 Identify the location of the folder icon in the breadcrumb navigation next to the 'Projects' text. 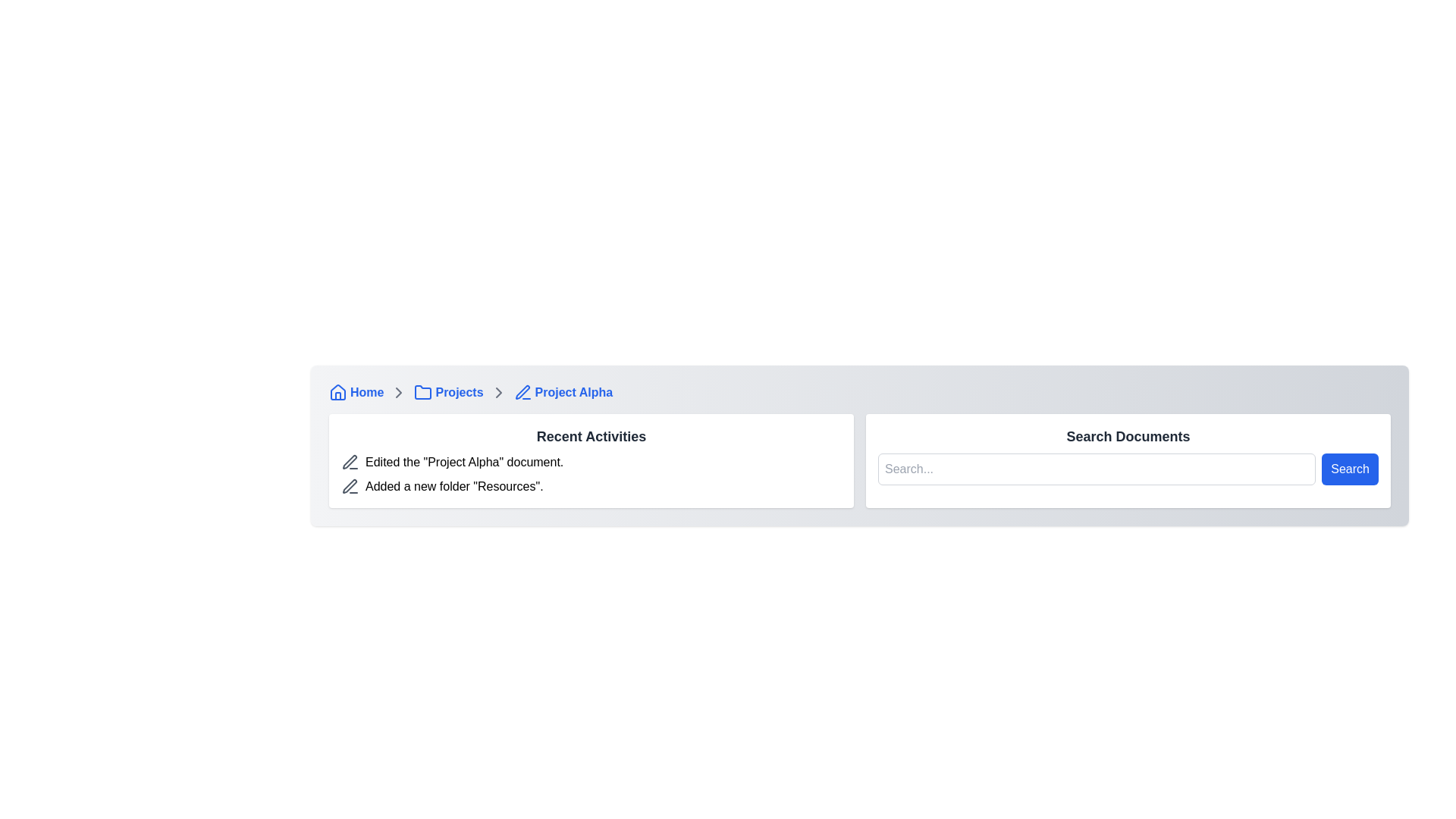
(422, 391).